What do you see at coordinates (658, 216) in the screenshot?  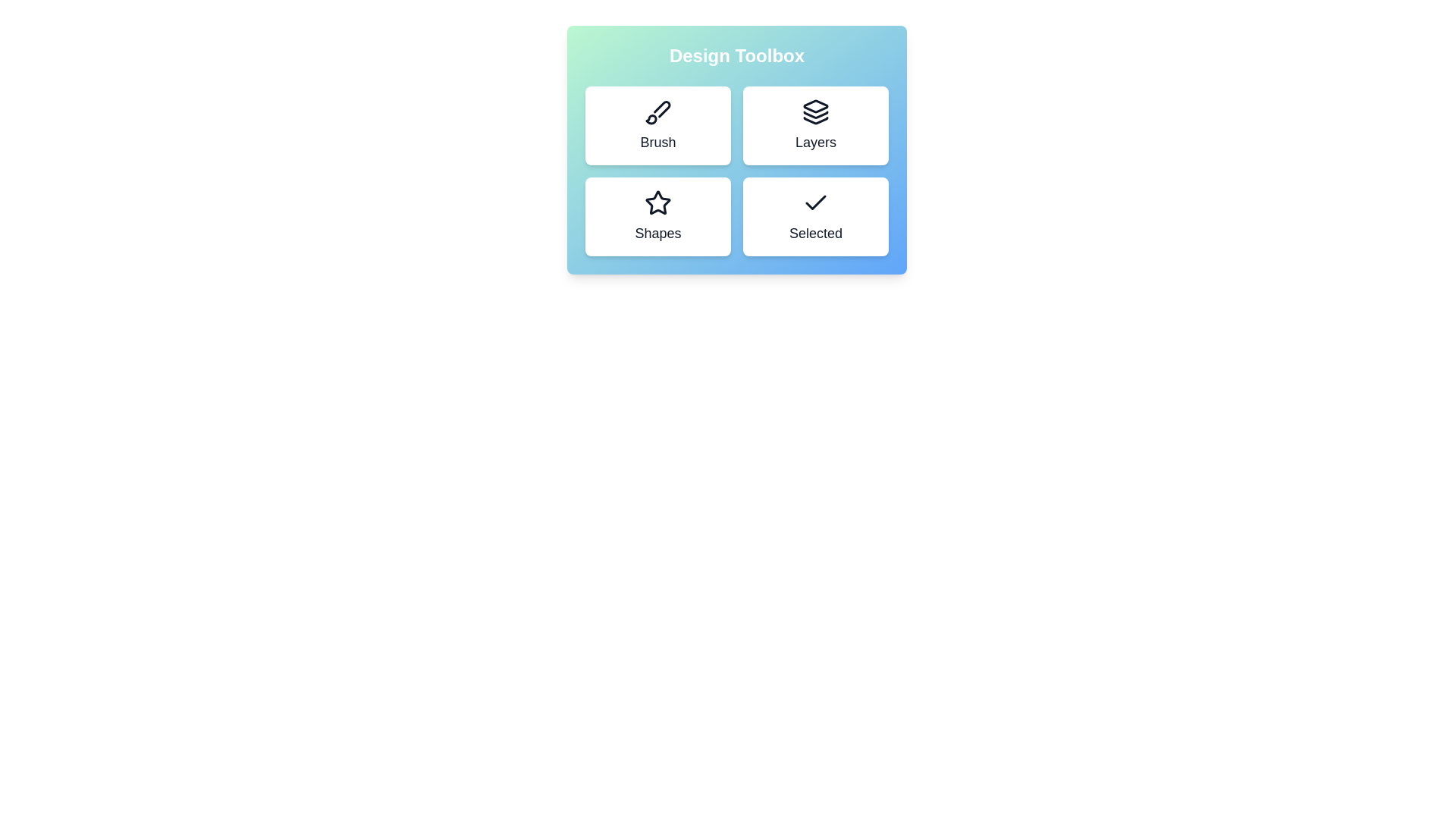 I see `the button labeled Shapes to select or deselect it` at bounding box center [658, 216].